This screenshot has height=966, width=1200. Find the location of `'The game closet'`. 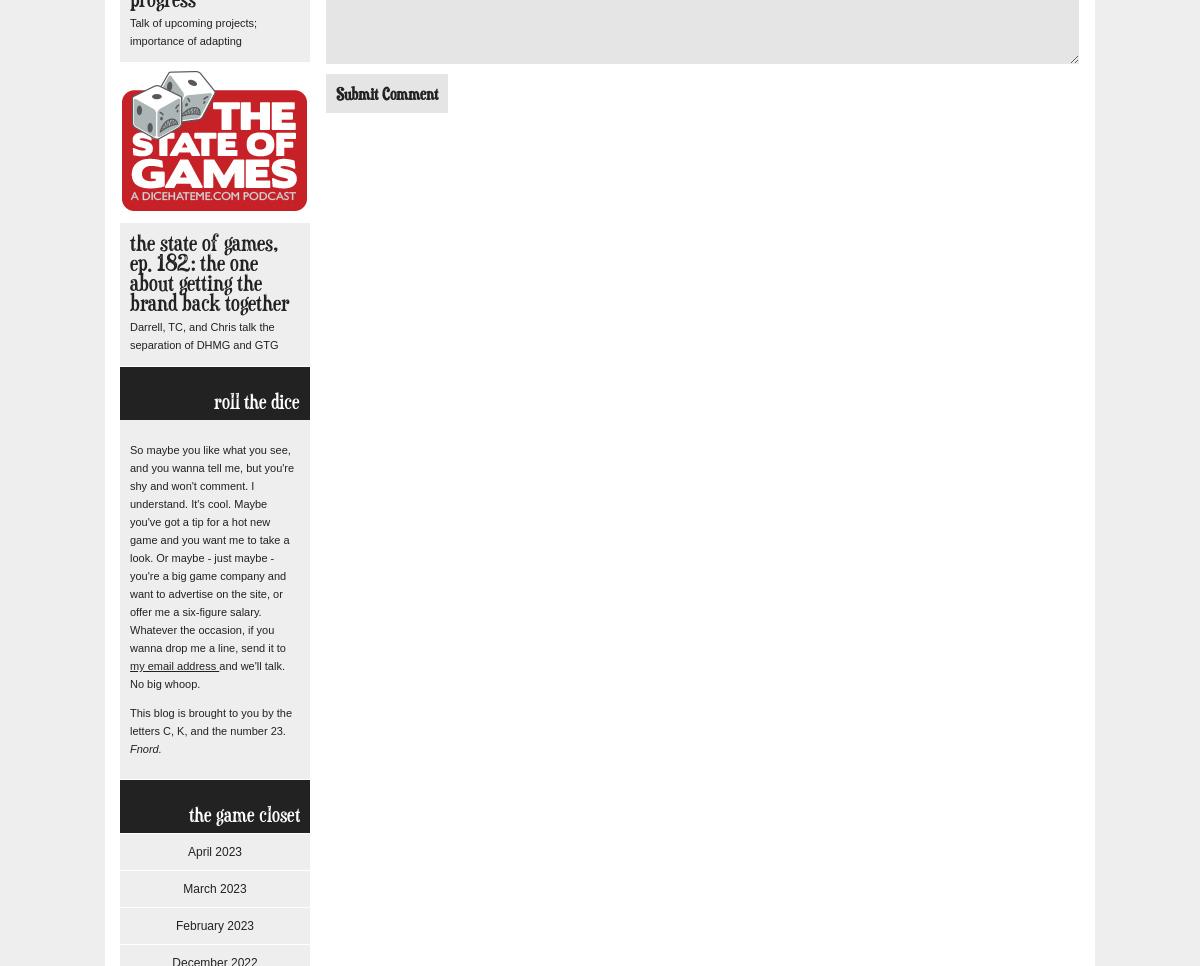

'The game closet' is located at coordinates (243, 814).